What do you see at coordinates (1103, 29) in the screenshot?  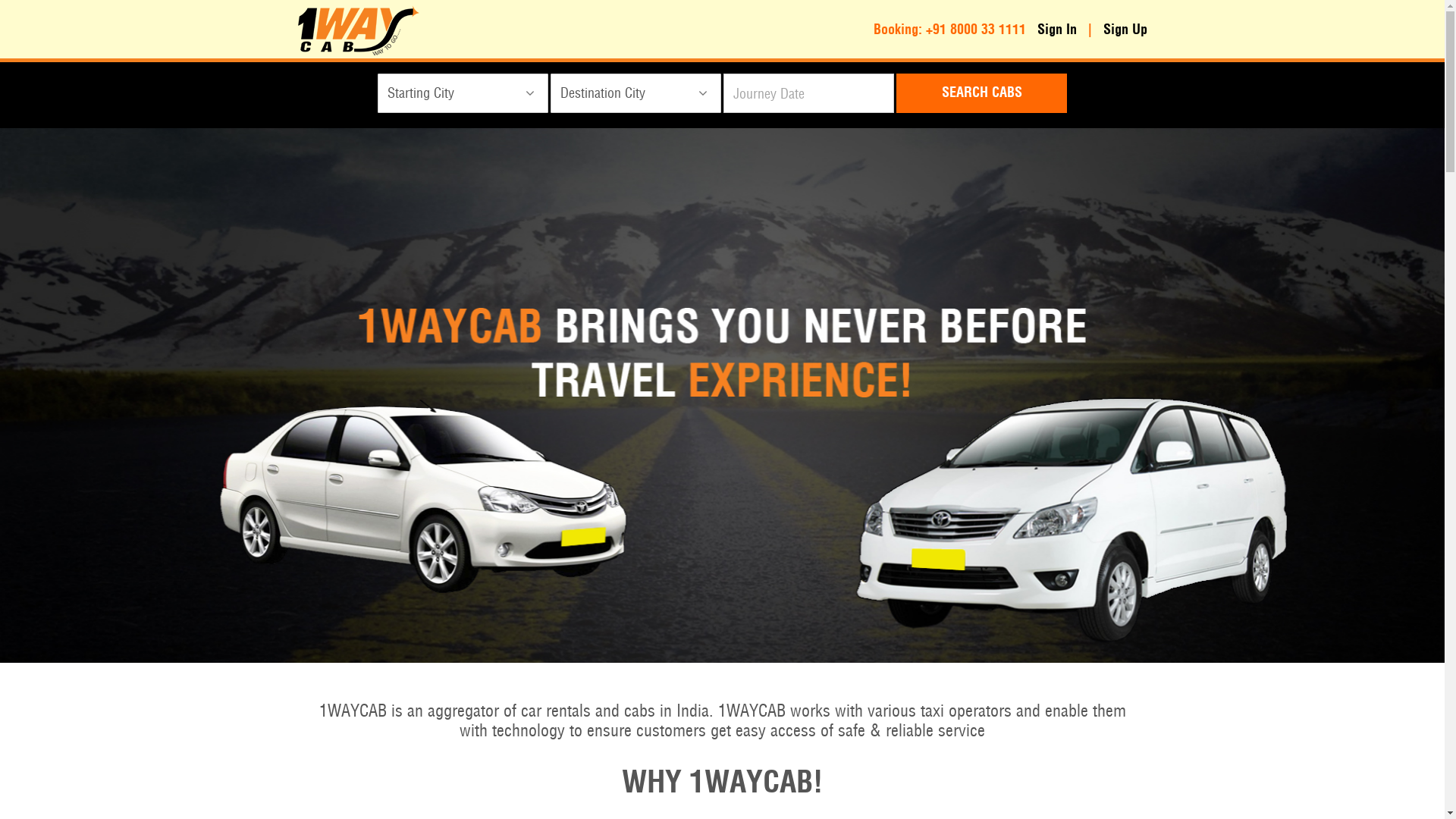 I see `'Sign Up'` at bounding box center [1103, 29].